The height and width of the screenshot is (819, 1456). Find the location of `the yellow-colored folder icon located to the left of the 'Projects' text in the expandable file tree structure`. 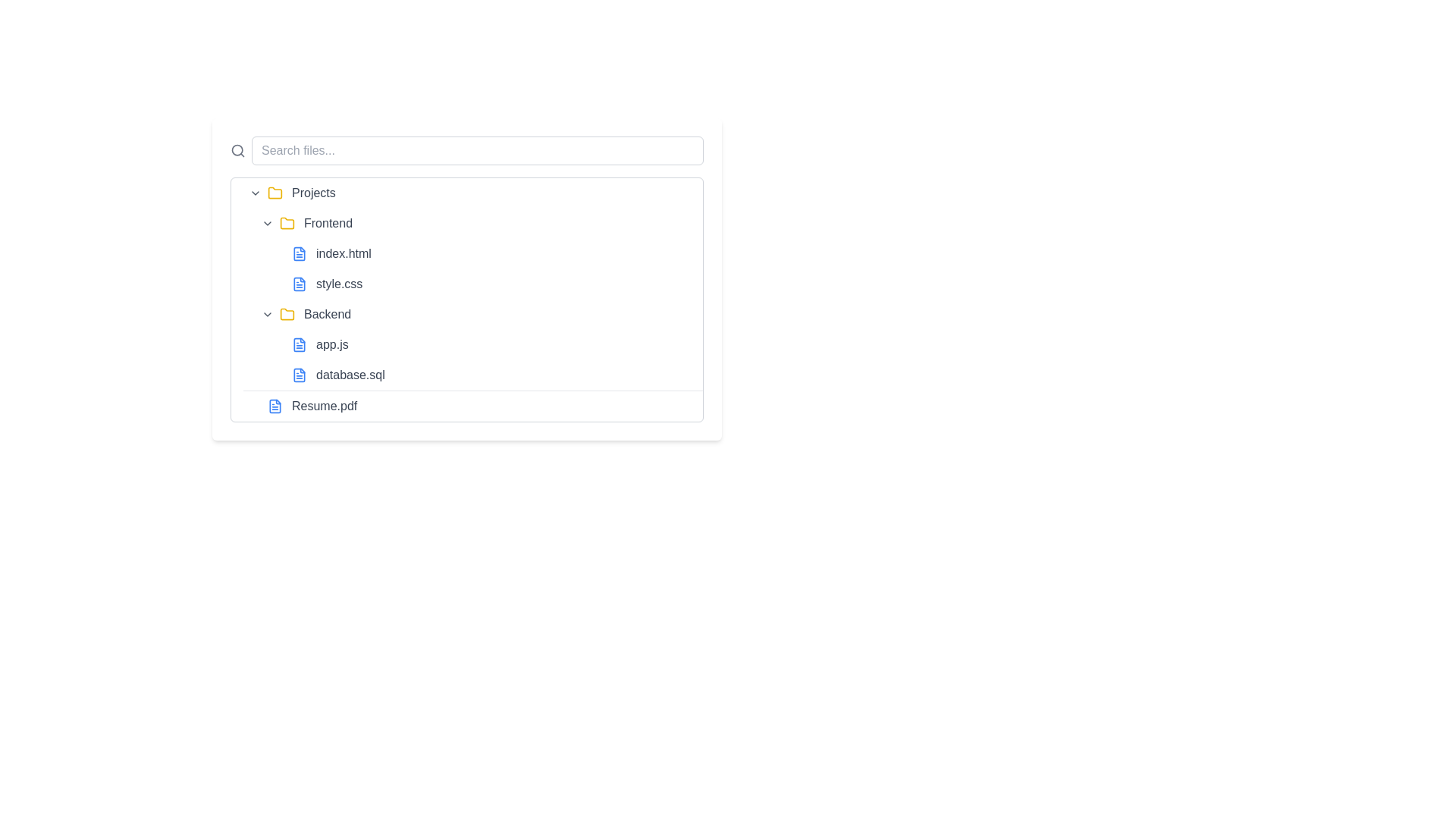

the yellow-colored folder icon located to the left of the 'Projects' text in the expandable file tree structure is located at coordinates (275, 192).